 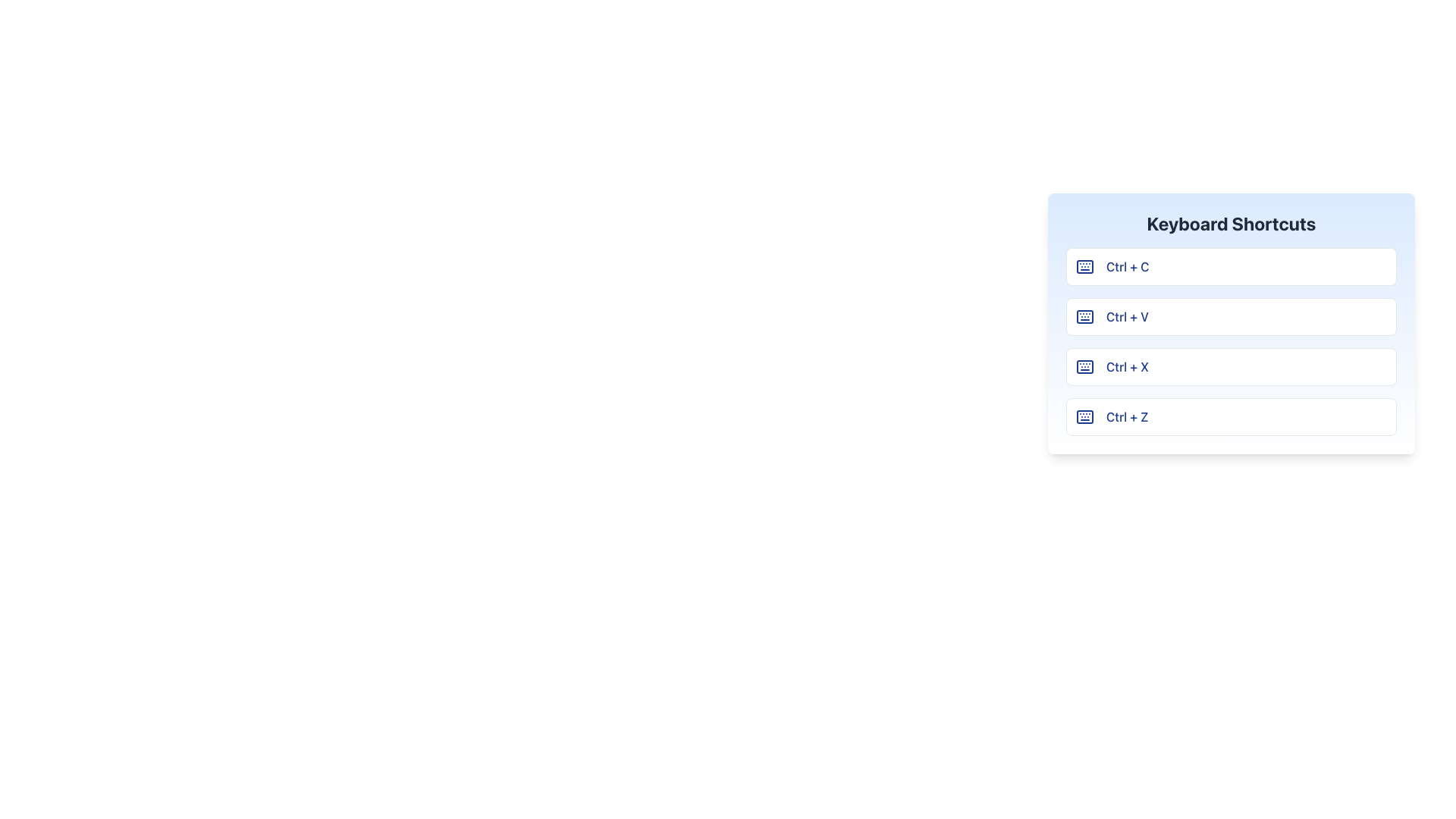 What do you see at coordinates (1084, 265) in the screenshot?
I see `the keyboard icon with a blue border and white background located to the left of the 'Ctrl + C' text in the vertical list of keyboard shortcuts` at bounding box center [1084, 265].